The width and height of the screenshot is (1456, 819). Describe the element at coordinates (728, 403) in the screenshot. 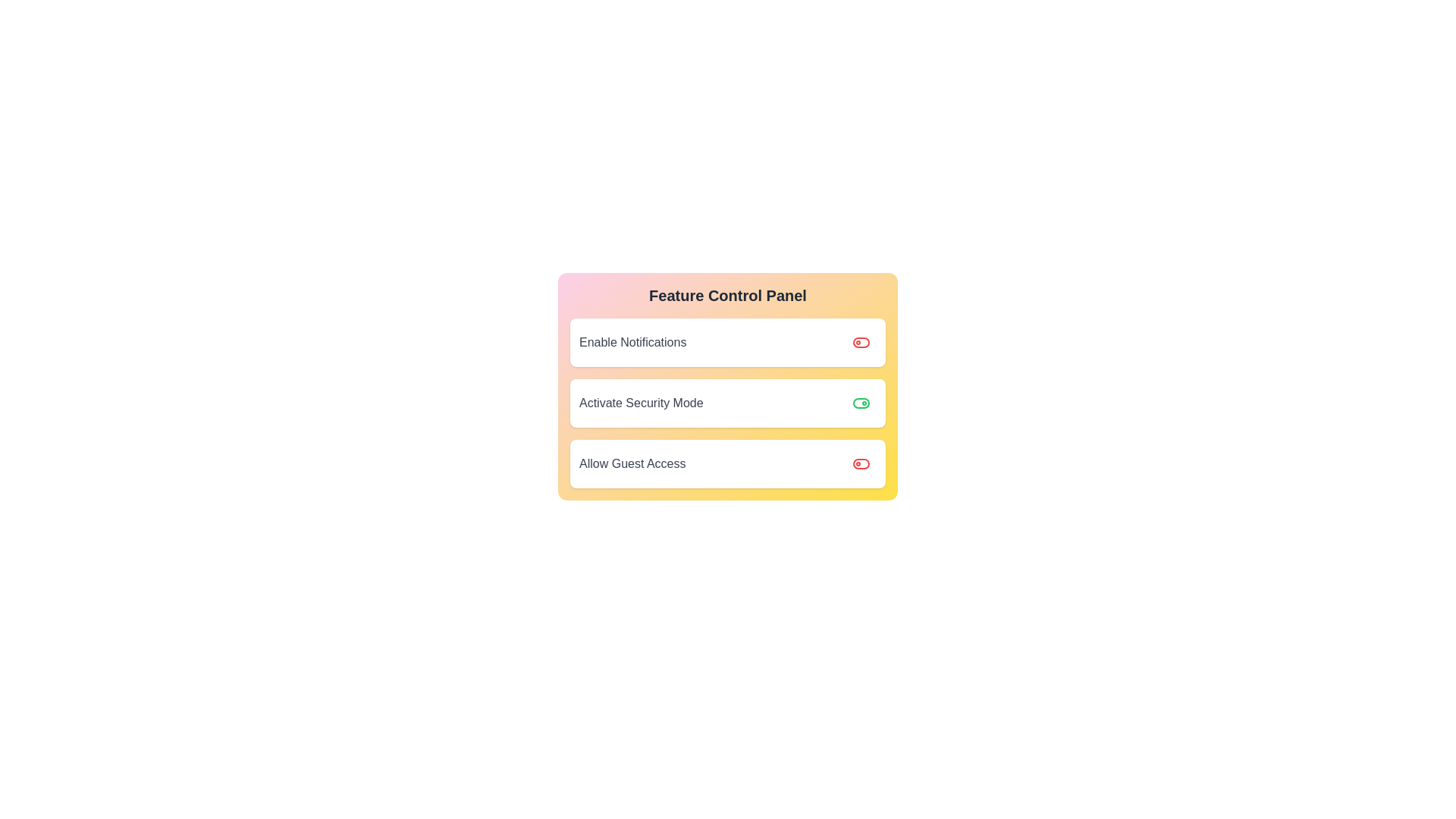

I see `the toggle switch in the Feature Control Panel` at that location.